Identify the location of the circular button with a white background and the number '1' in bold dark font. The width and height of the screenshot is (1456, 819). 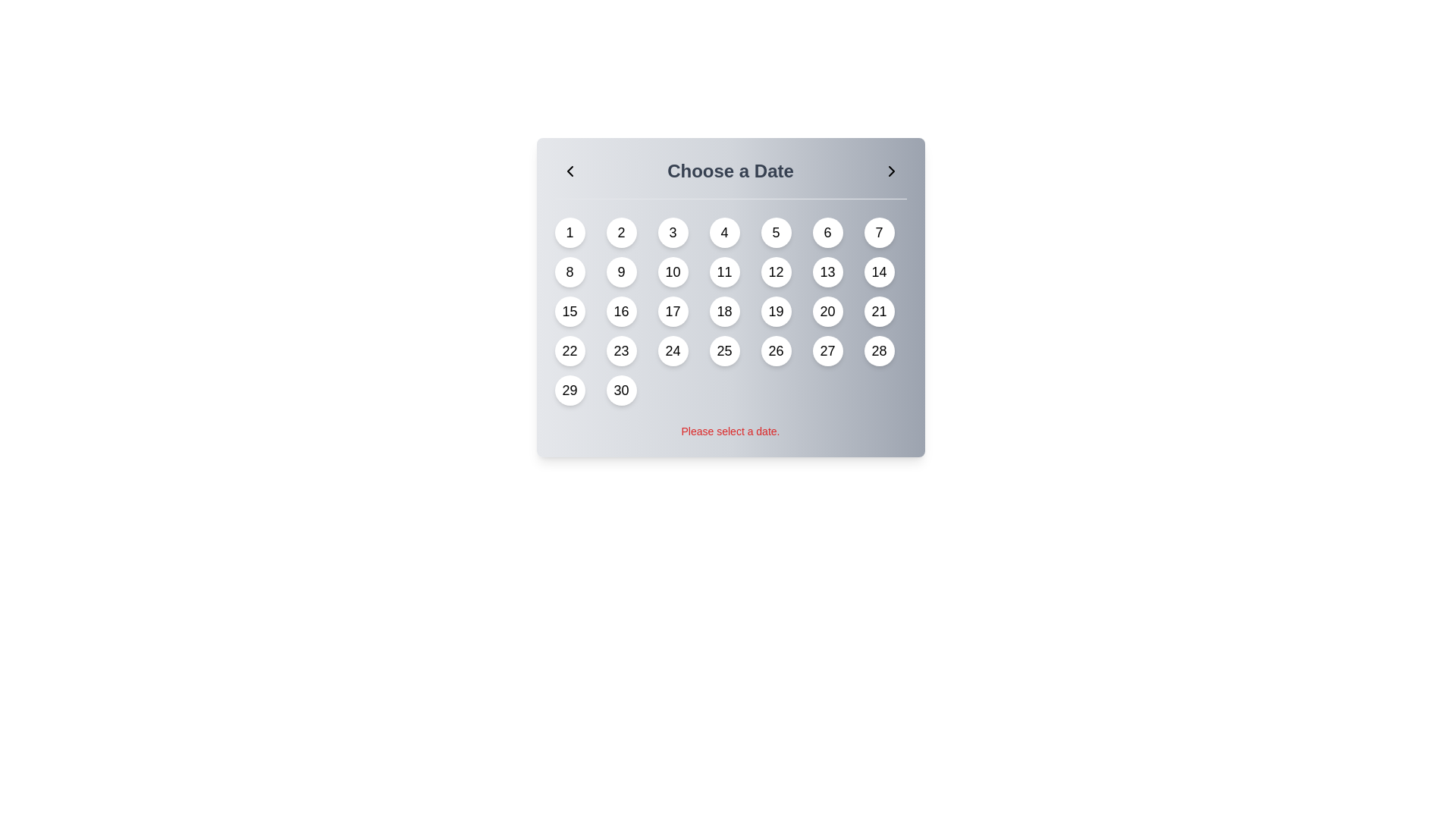
(569, 233).